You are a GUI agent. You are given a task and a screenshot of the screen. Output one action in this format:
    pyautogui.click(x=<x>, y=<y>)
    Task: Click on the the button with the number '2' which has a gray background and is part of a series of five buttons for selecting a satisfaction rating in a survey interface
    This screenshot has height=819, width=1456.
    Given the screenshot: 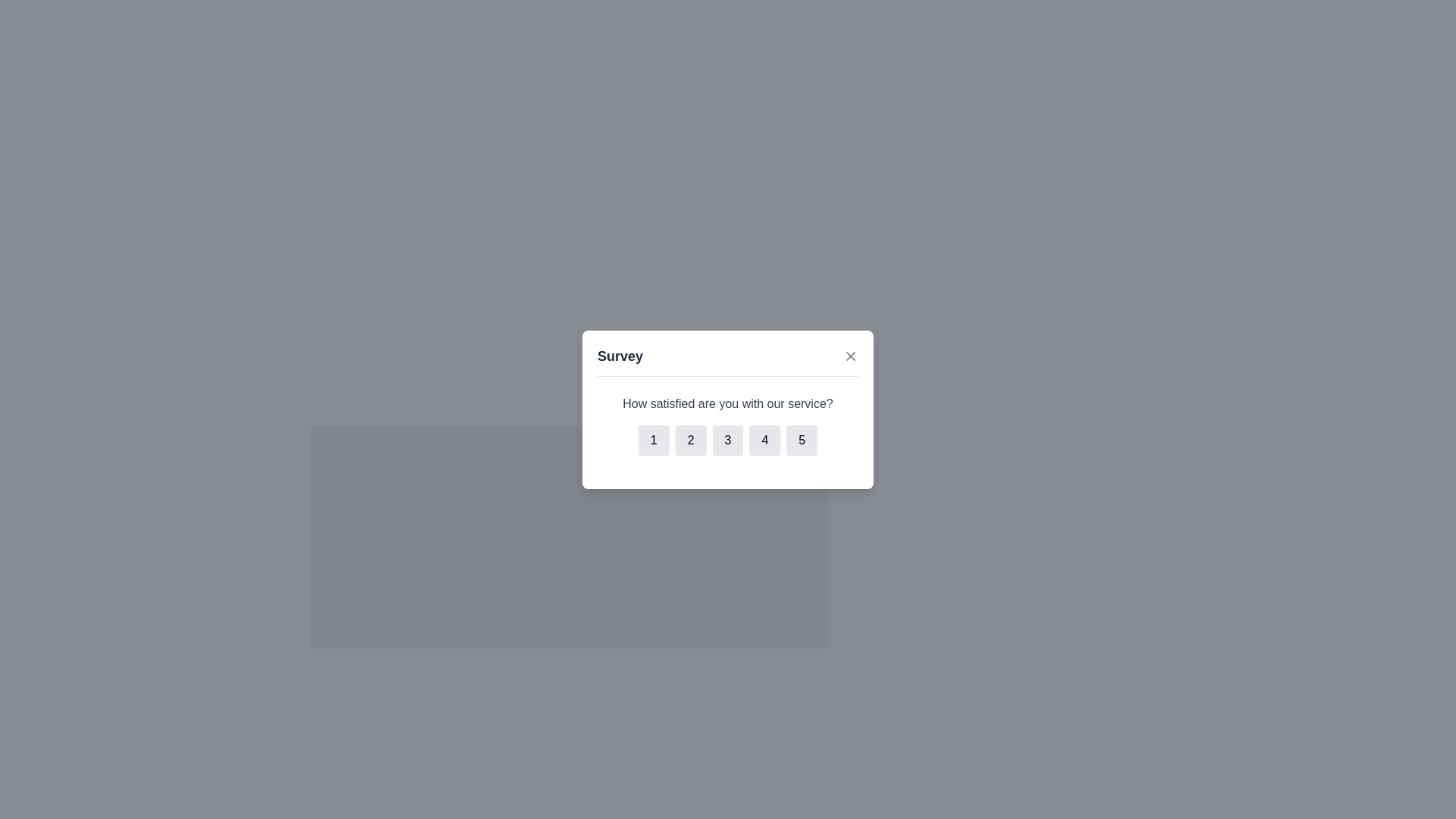 What is the action you would take?
    pyautogui.click(x=690, y=440)
    